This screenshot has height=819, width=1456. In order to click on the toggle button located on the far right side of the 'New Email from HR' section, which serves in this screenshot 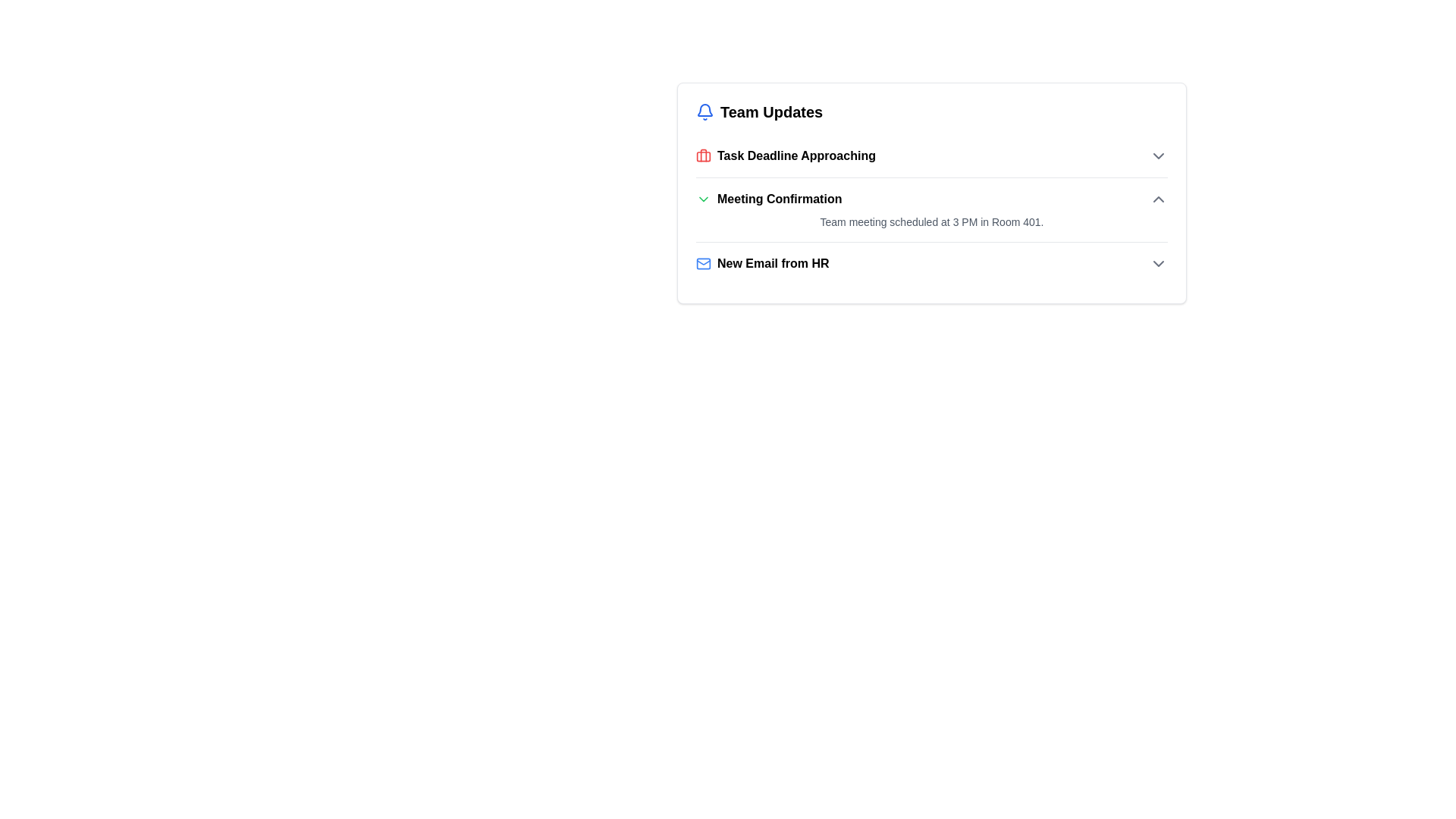, I will do `click(1157, 262)`.